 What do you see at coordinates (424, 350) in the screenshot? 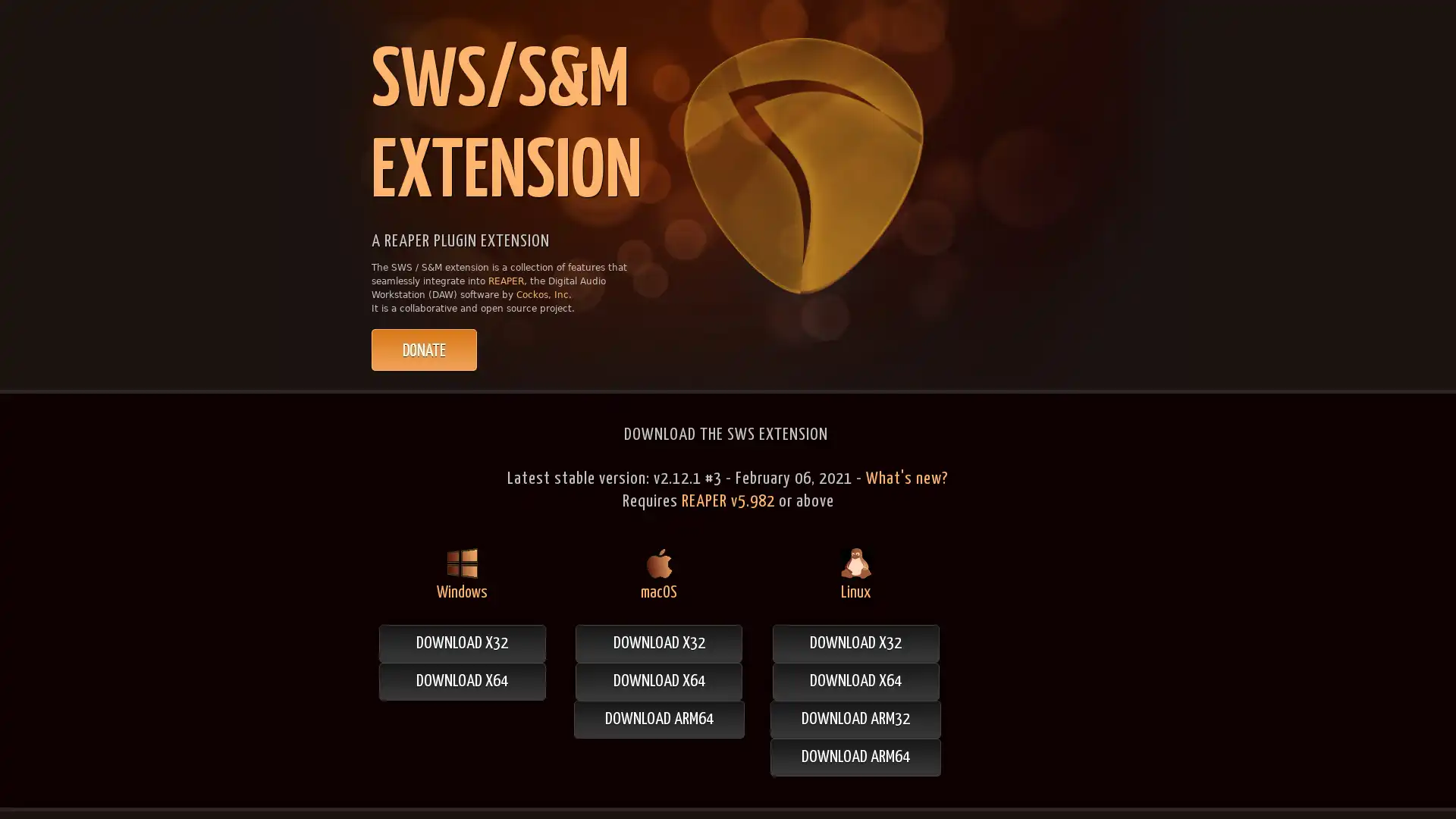
I see `PayPal` at bounding box center [424, 350].